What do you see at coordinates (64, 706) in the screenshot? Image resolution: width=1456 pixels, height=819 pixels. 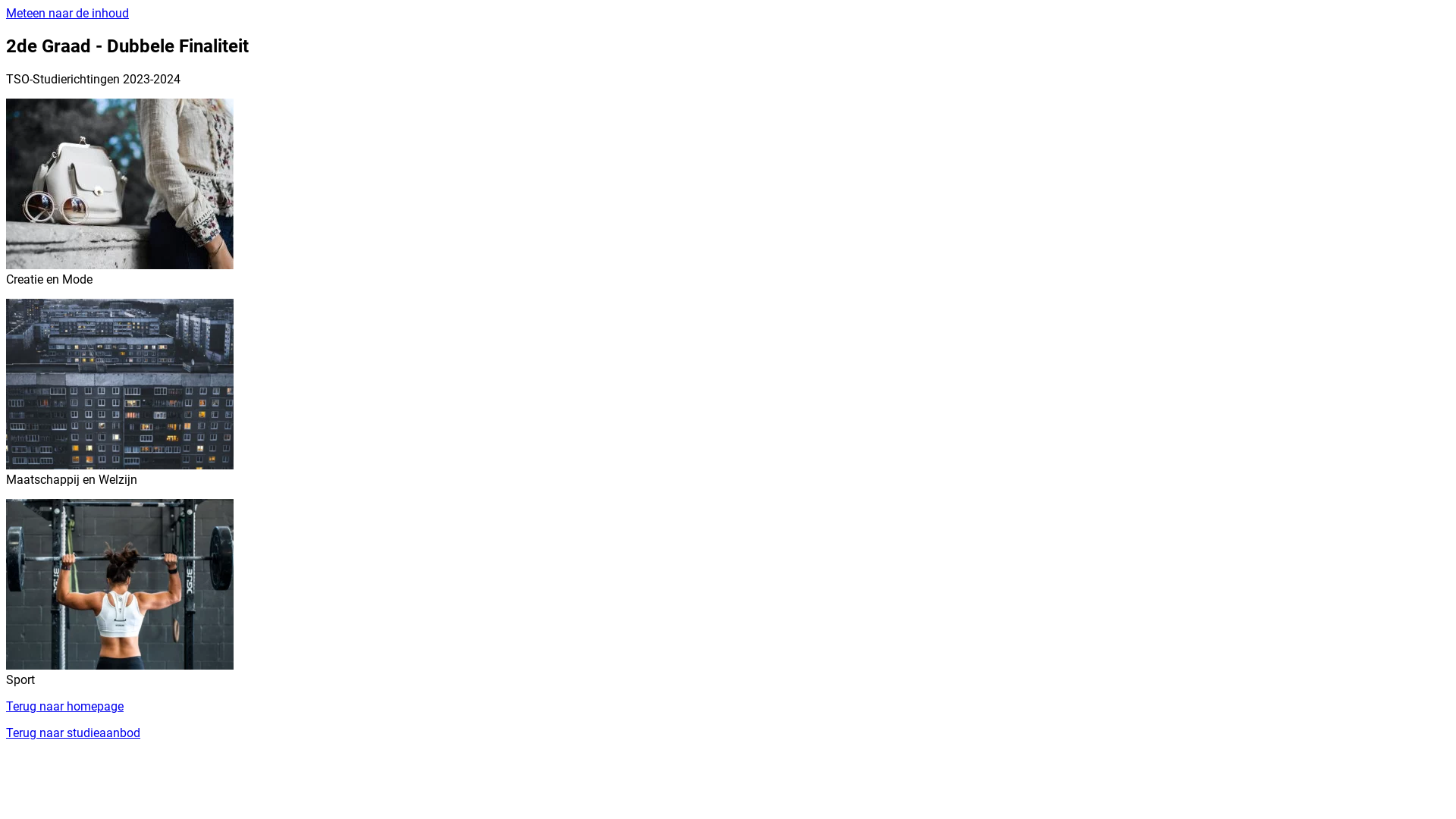 I see `'Terug naar homepage'` at bounding box center [64, 706].